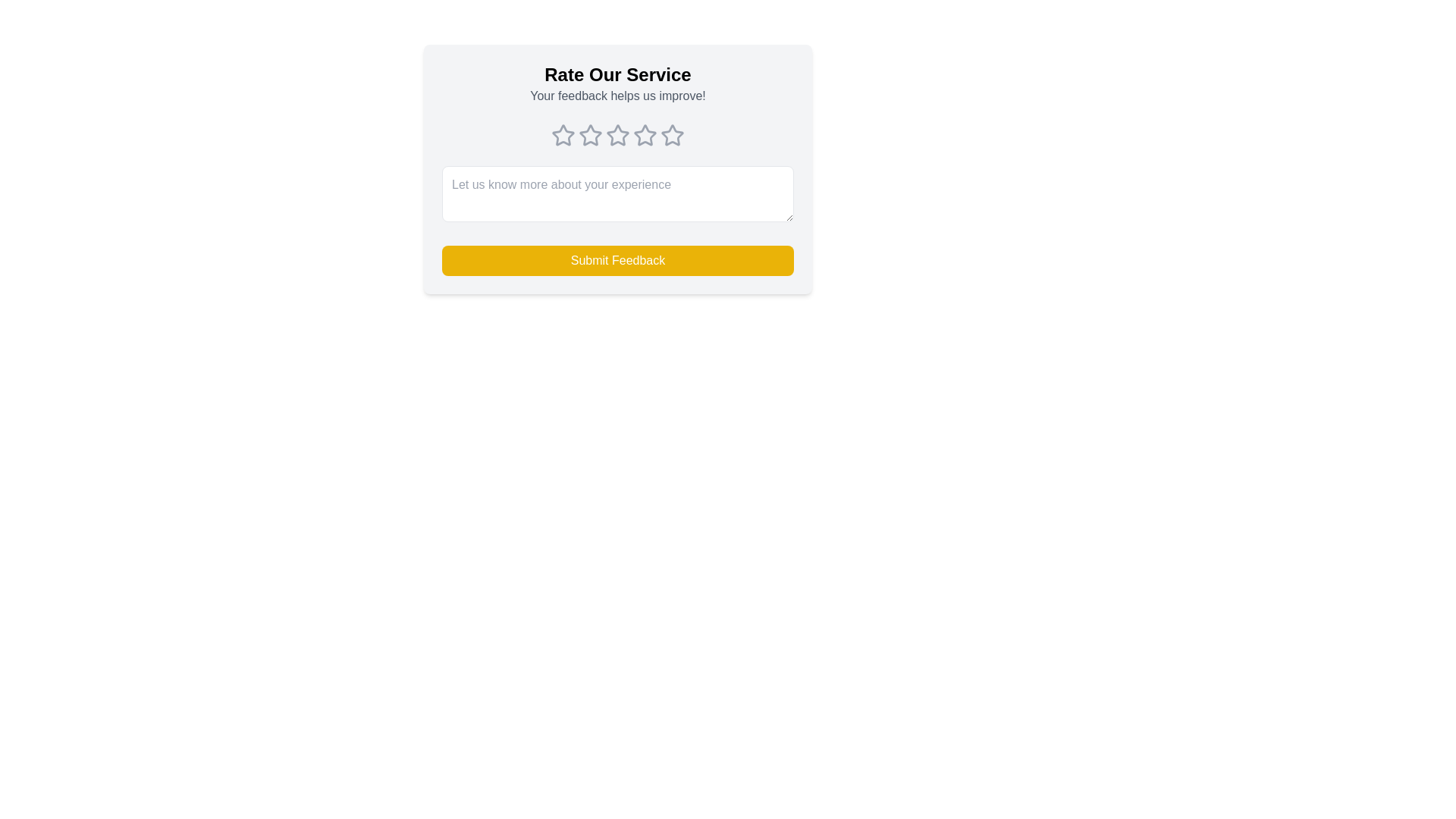 The width and height of the screenshot is (1456, 819). What do you see at coordinates (589, 134) in the screenshot?
I see `the third rating star icon, which is part of a sequence of five stars below the heading 'Rate Our Service', to receive interaction feedback` at bounding box center [589, 134].